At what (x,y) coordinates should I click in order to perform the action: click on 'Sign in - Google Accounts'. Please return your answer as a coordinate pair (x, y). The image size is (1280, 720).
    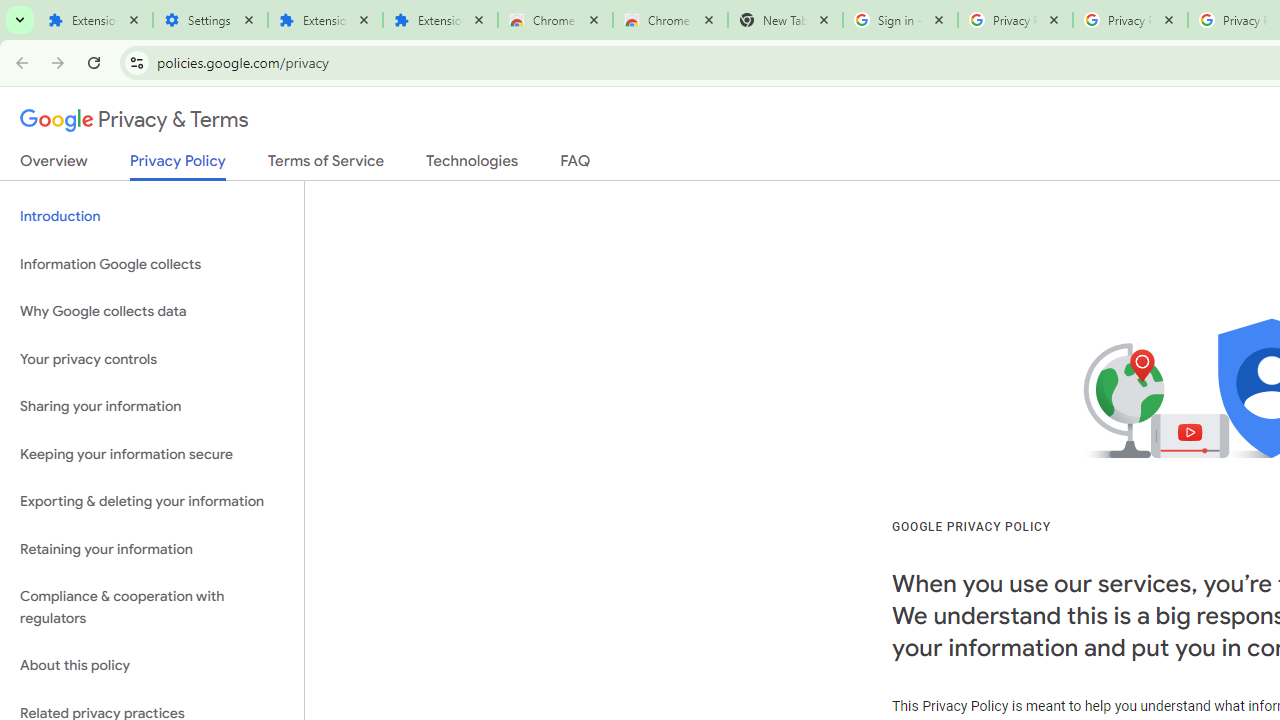
    Looking at the image, I should click on (899, 20).